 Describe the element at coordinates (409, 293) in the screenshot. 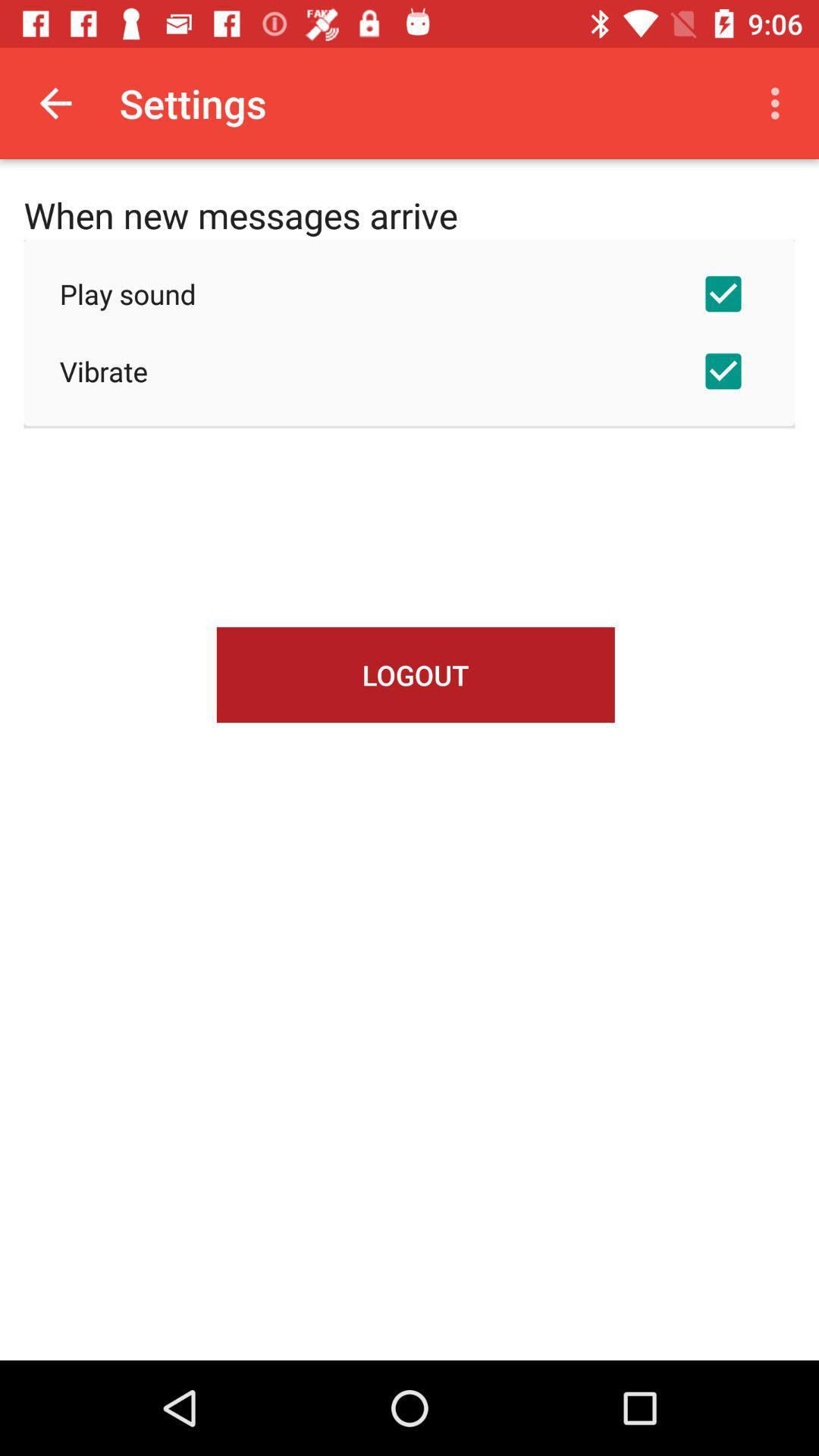

I see `play sound` at that location.